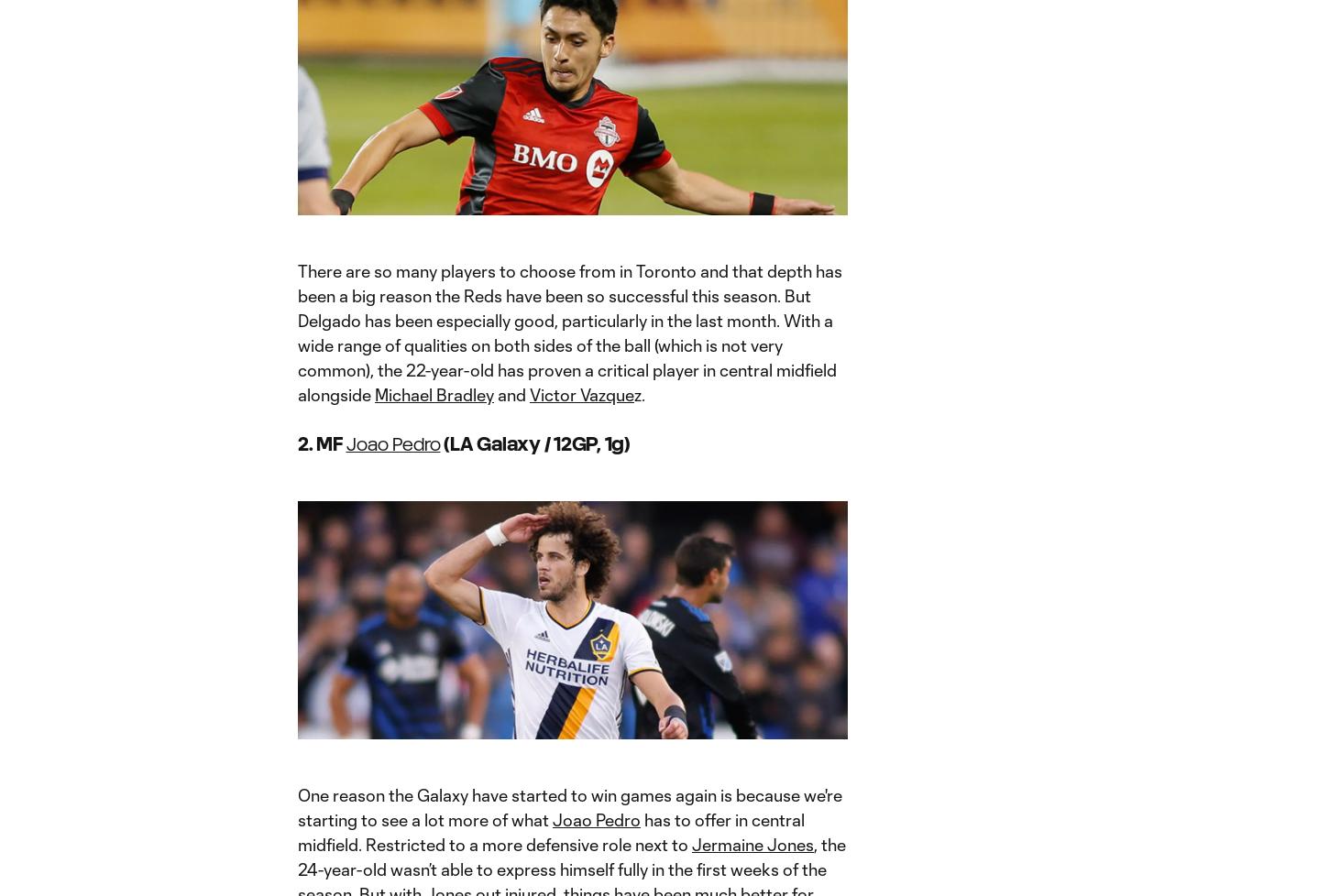  Describe the element at coordinates (752, 842) in the screenshot. I see `'Jermaine Jones'` at that location.